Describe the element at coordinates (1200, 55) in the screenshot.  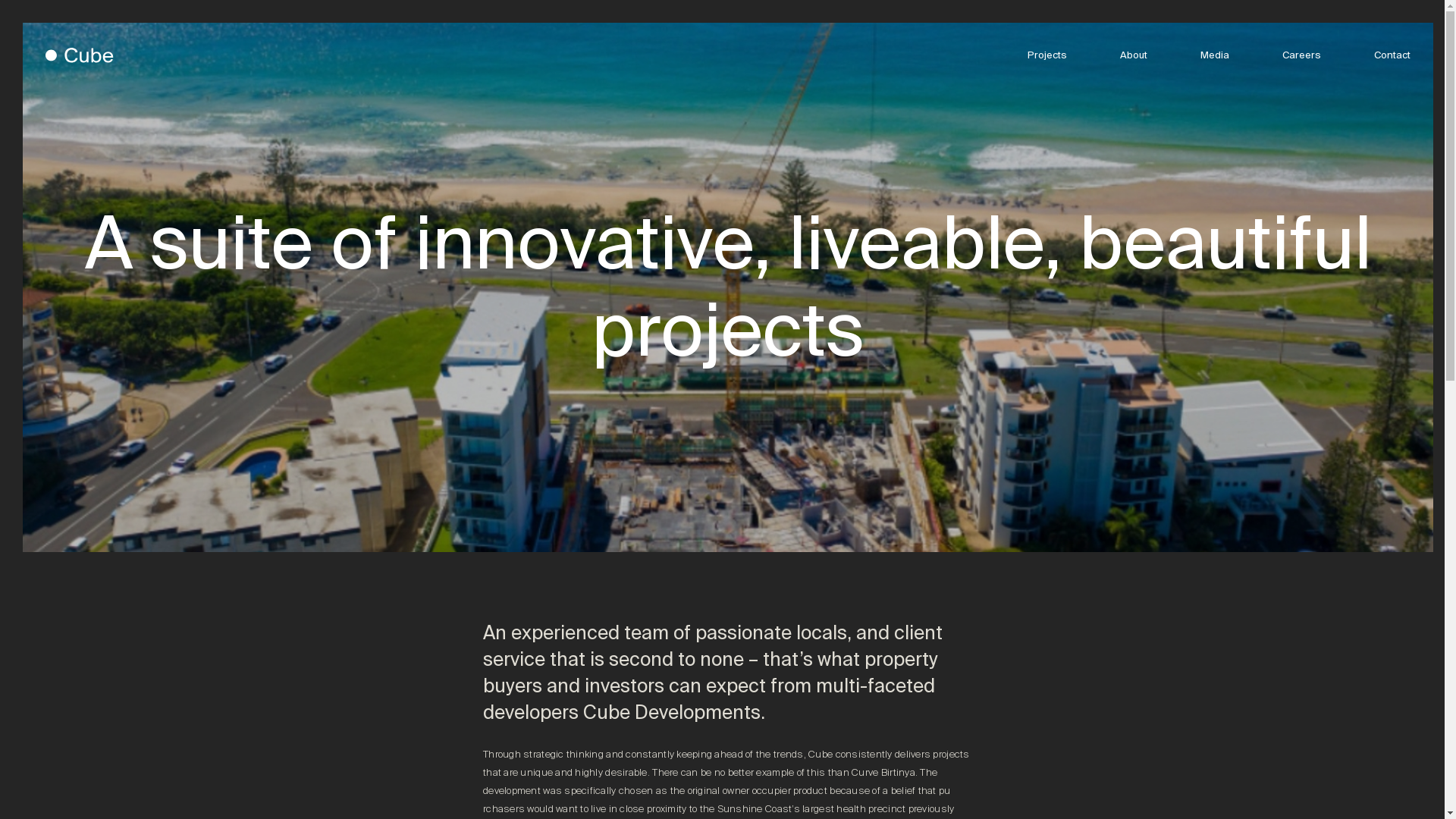
I see `'Media'` at that location.